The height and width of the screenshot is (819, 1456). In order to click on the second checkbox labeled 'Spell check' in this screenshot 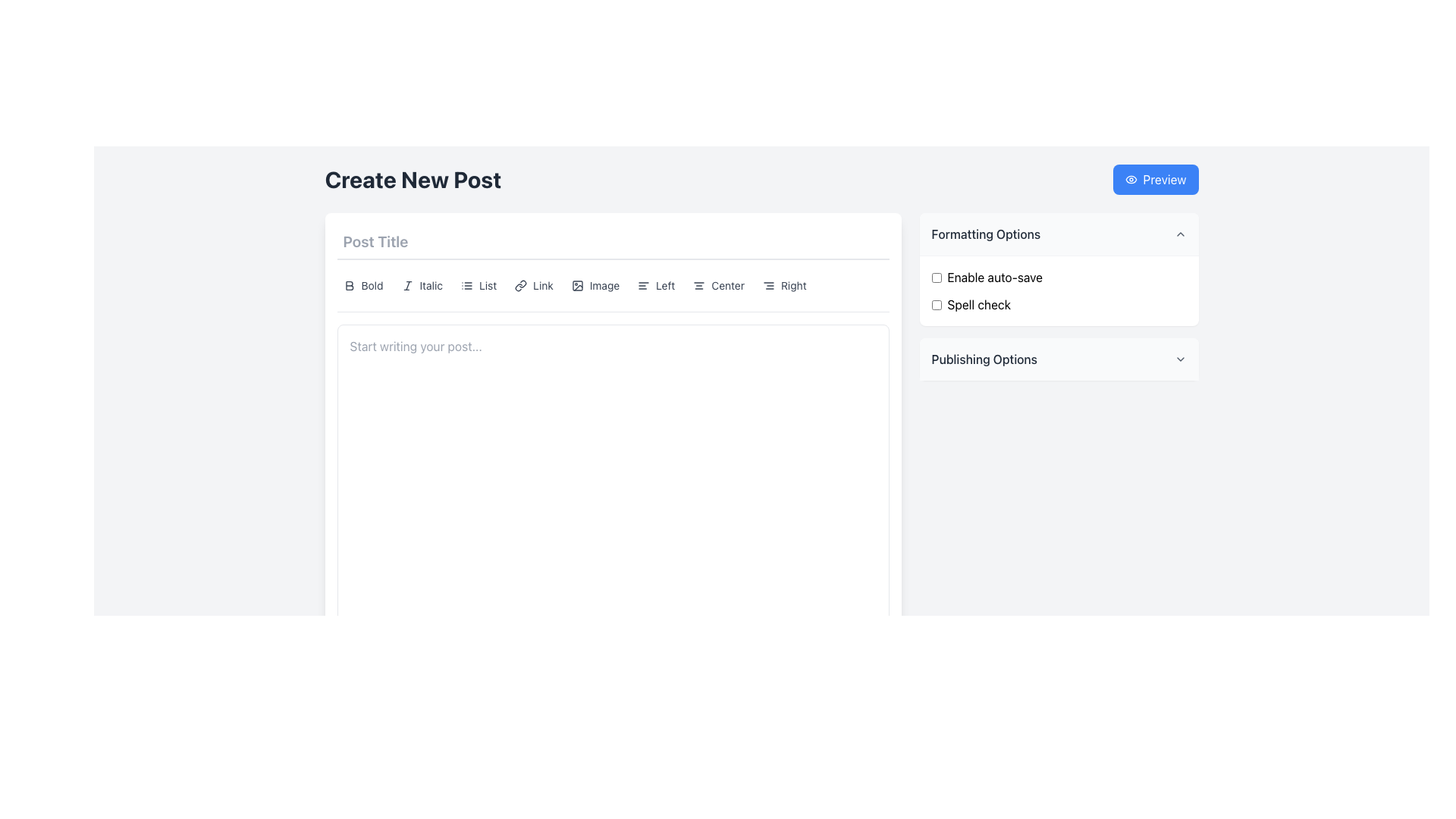, I will do `click(1058, 291)`.